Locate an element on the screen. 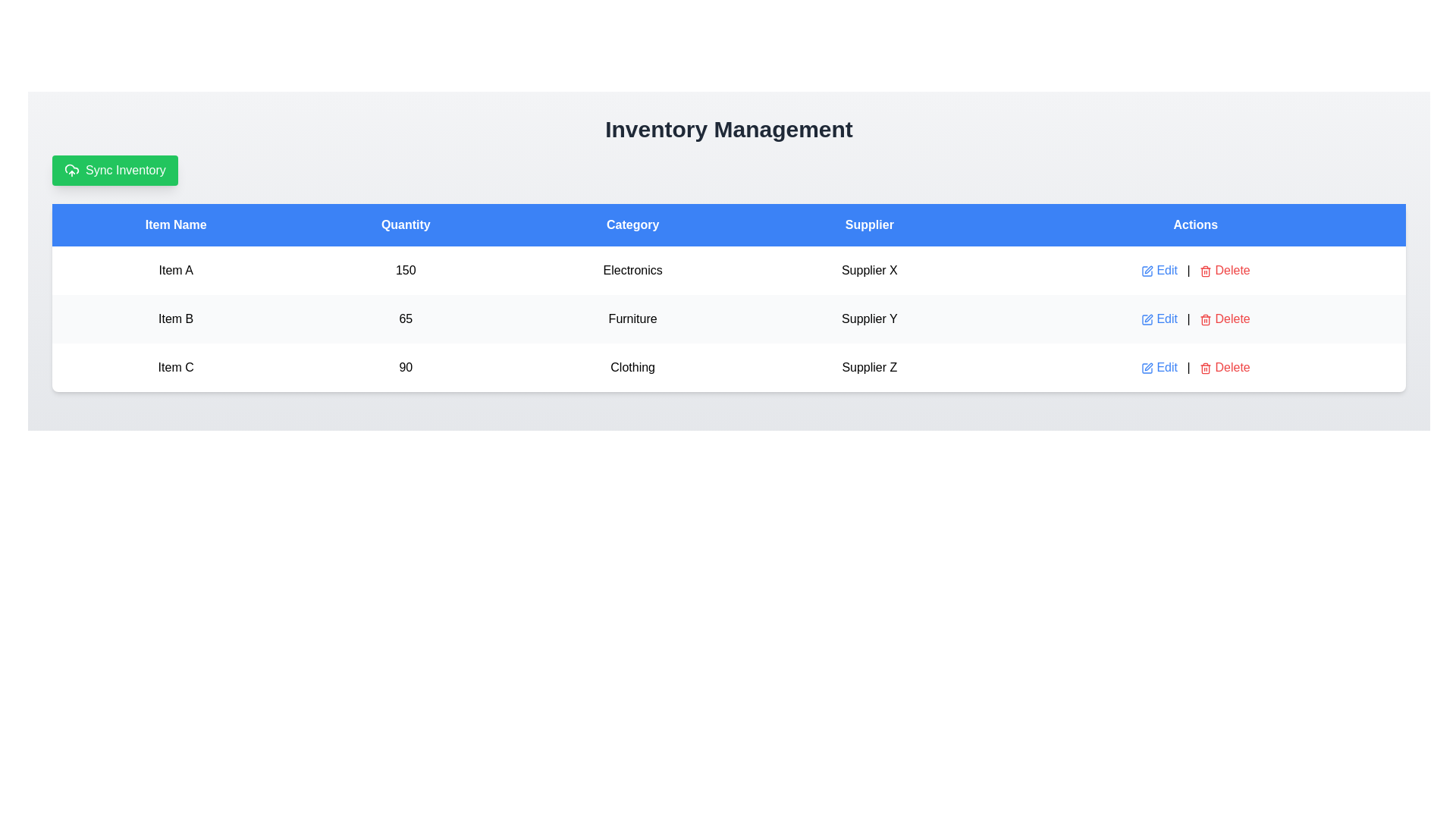 The height and width of the screenshot is (819, 1456). the 'Furniture' text label located in the third column of the second row under the 'Category' header is located at coordinates (632, 318).